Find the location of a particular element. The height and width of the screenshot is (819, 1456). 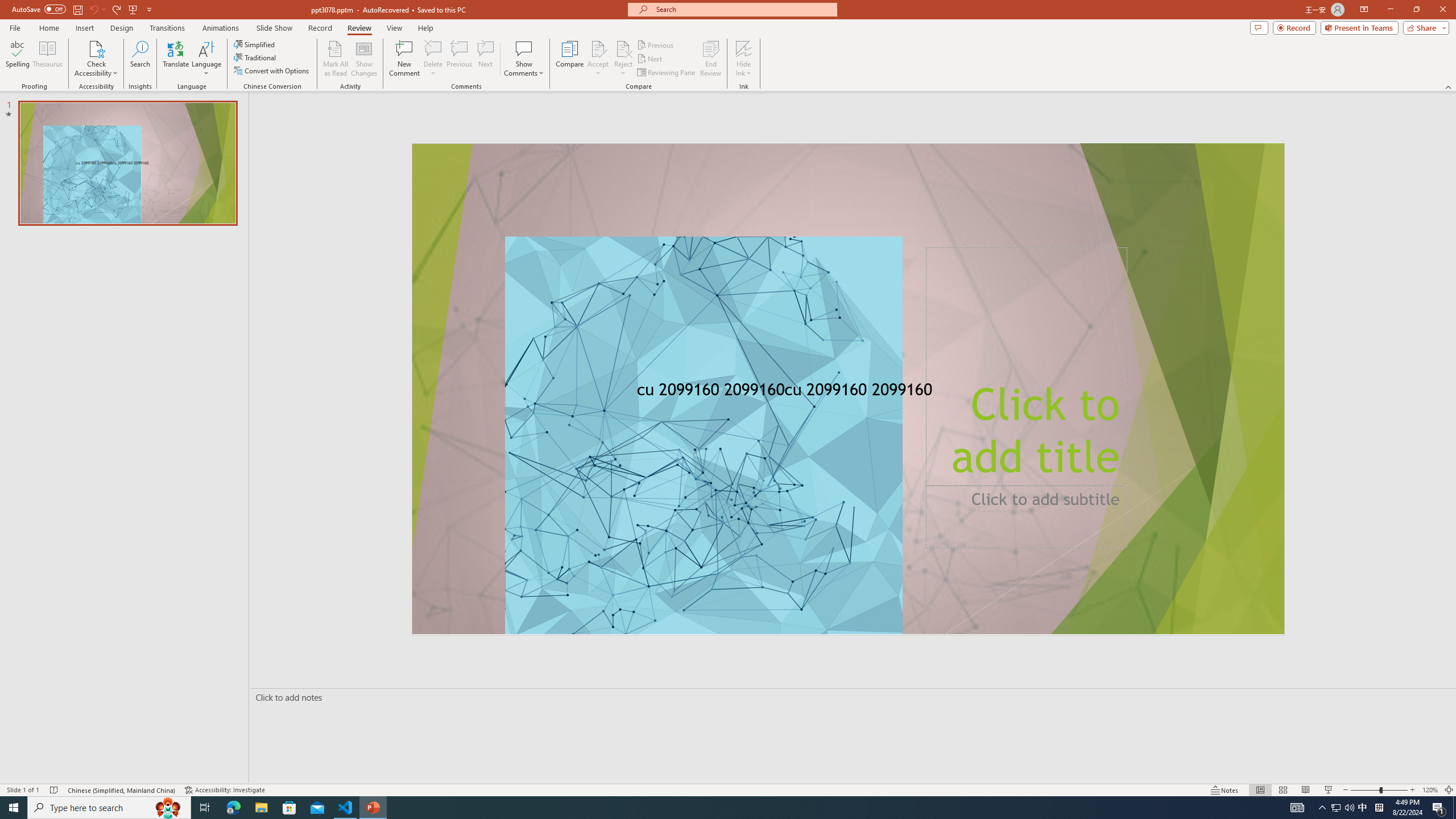

'Accept' is located at coordinates (598, 59).